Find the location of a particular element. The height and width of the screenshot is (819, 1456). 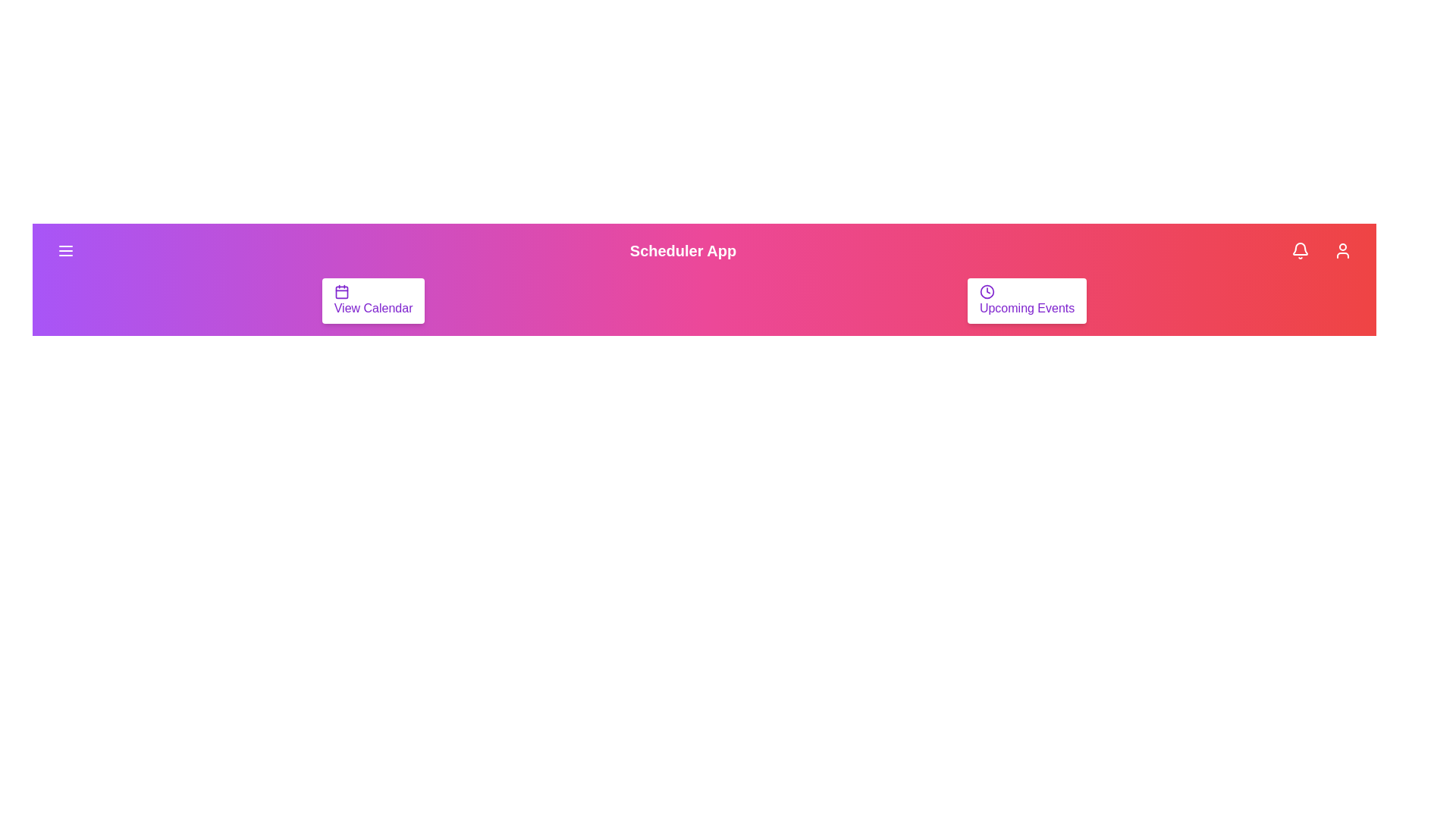

the notification bell icon to view notifications is located at coordinates (1299, 250).